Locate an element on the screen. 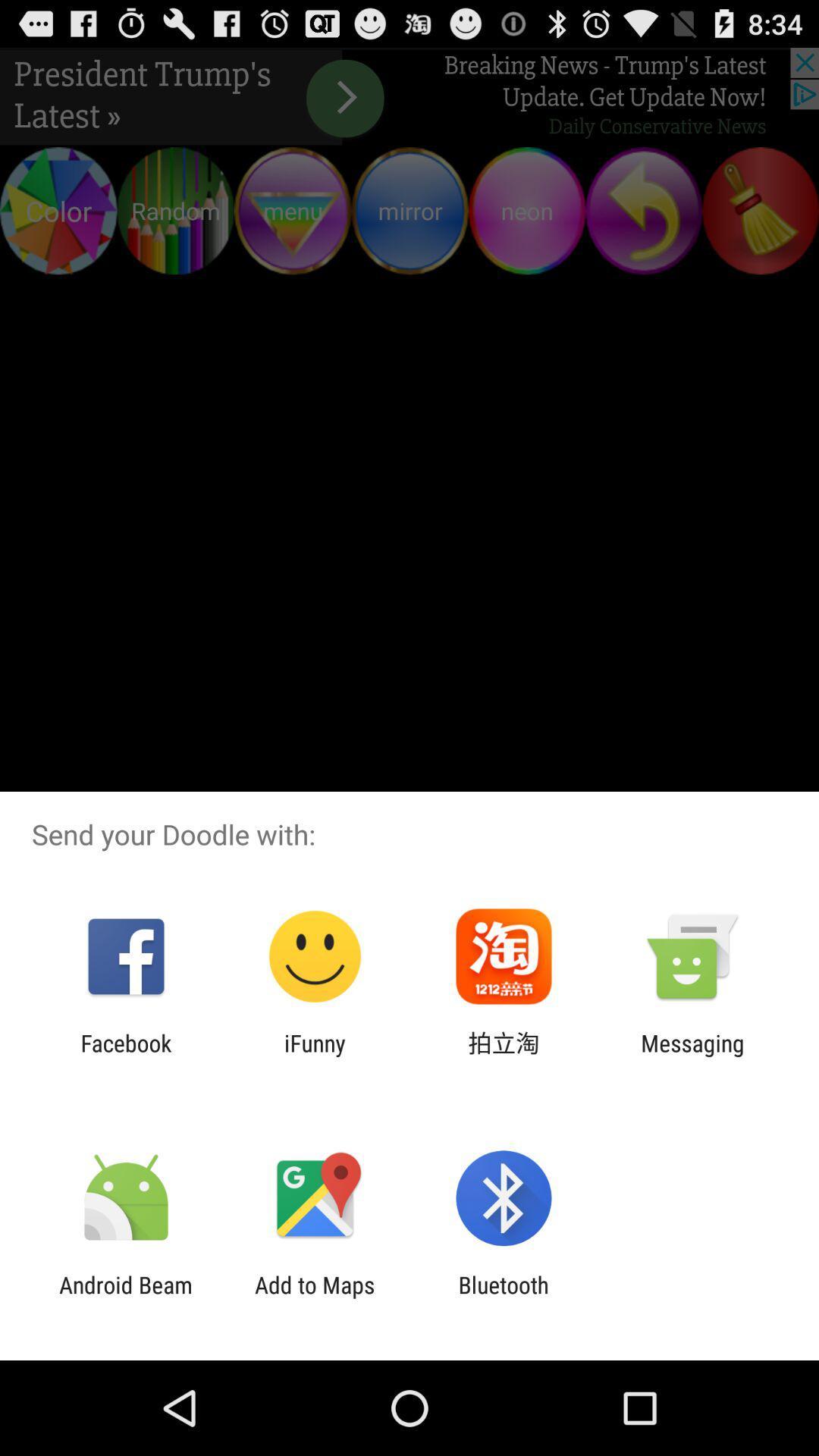 This screenshot has width=819, height=1456. the item next to the add to maps item is located at coordinates (504, 1298).